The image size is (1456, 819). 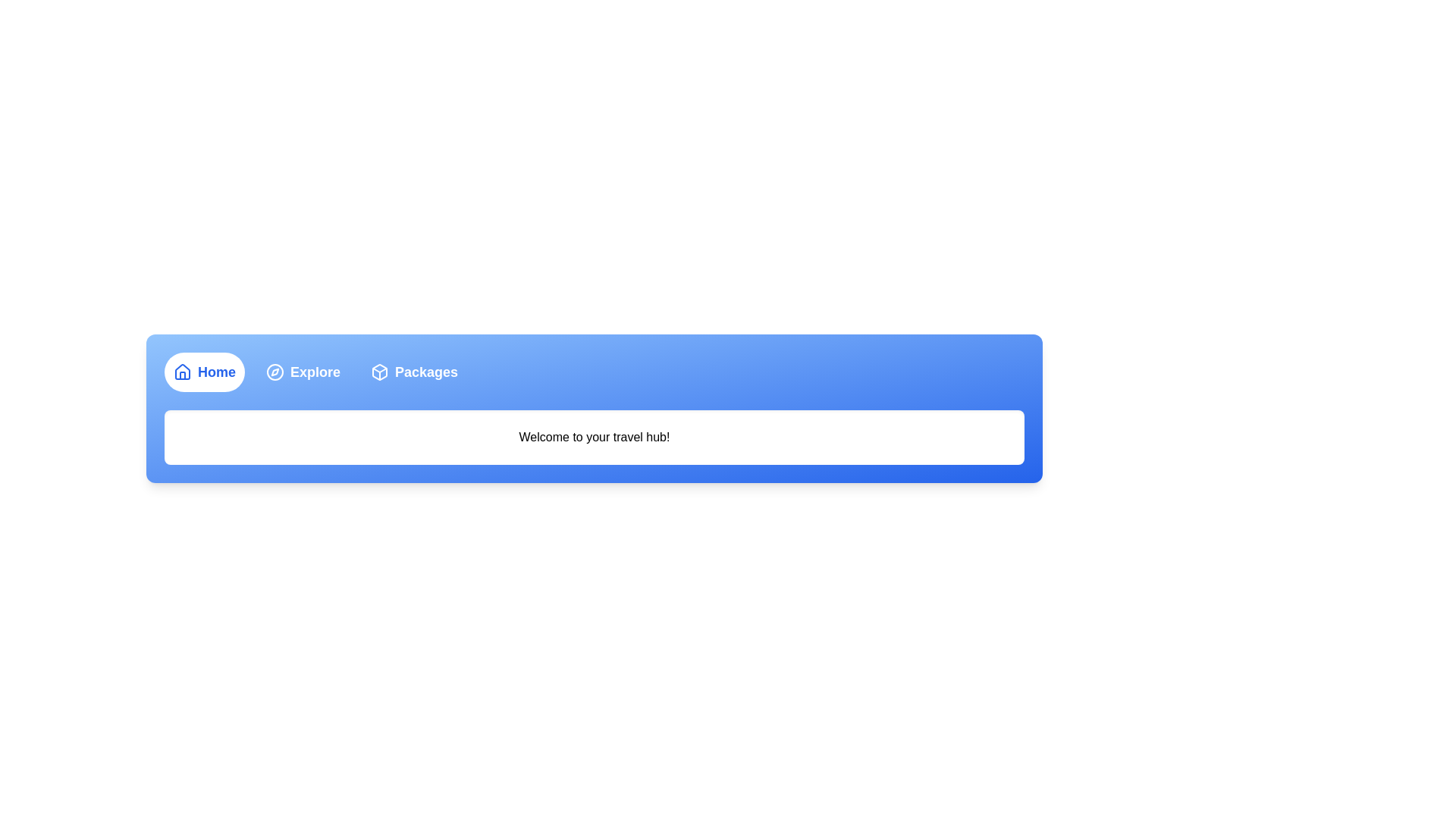 I want to click on the Explore tab by clicking its respective button, so click(x=303, y=372).